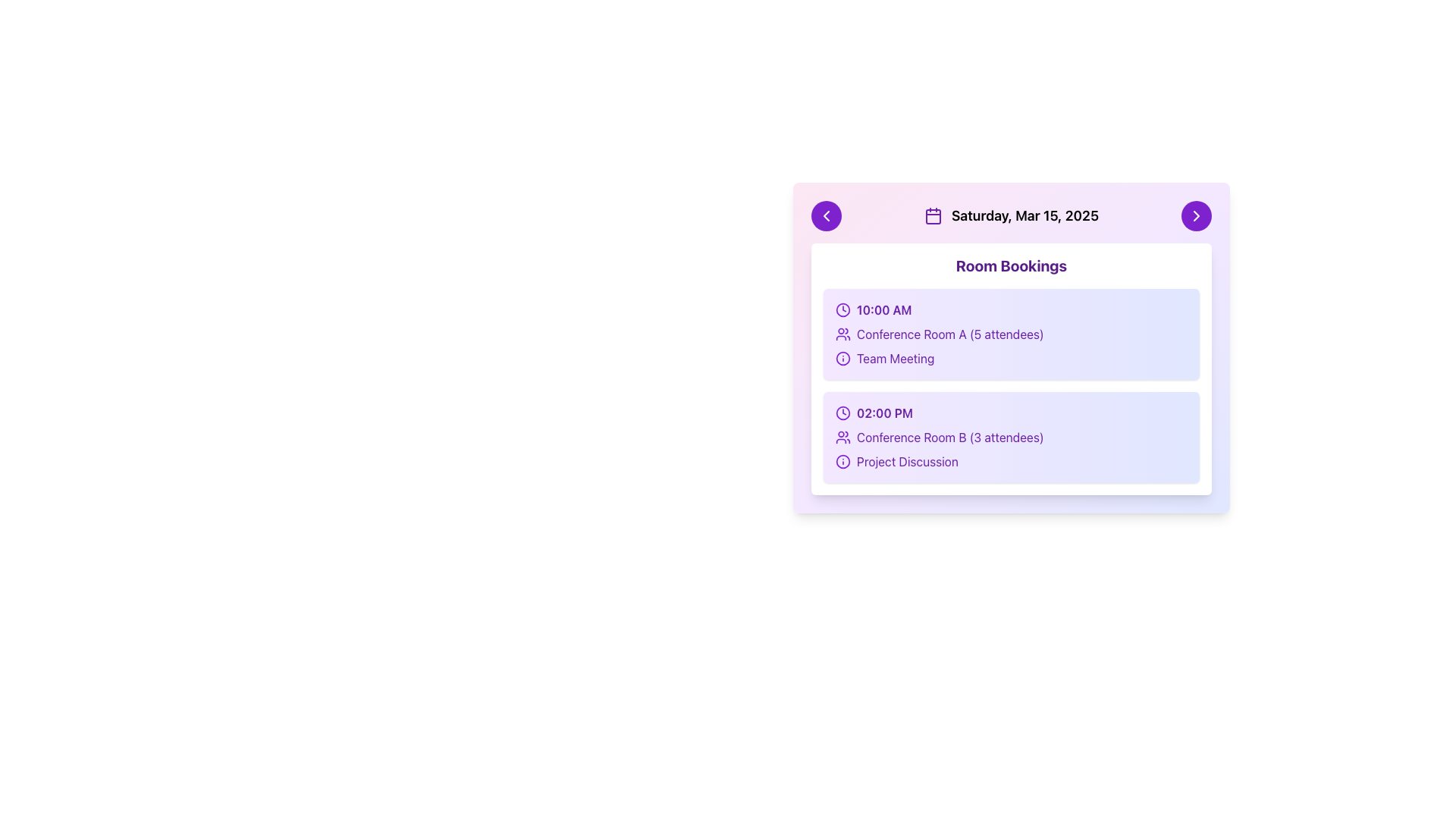 The image size is (1456, 819). I want to click on content displayed in the text label that shows the booking name and attendee count for the 2:00 PM time slot, located to the right of the purple user icon, so click(949, 438).